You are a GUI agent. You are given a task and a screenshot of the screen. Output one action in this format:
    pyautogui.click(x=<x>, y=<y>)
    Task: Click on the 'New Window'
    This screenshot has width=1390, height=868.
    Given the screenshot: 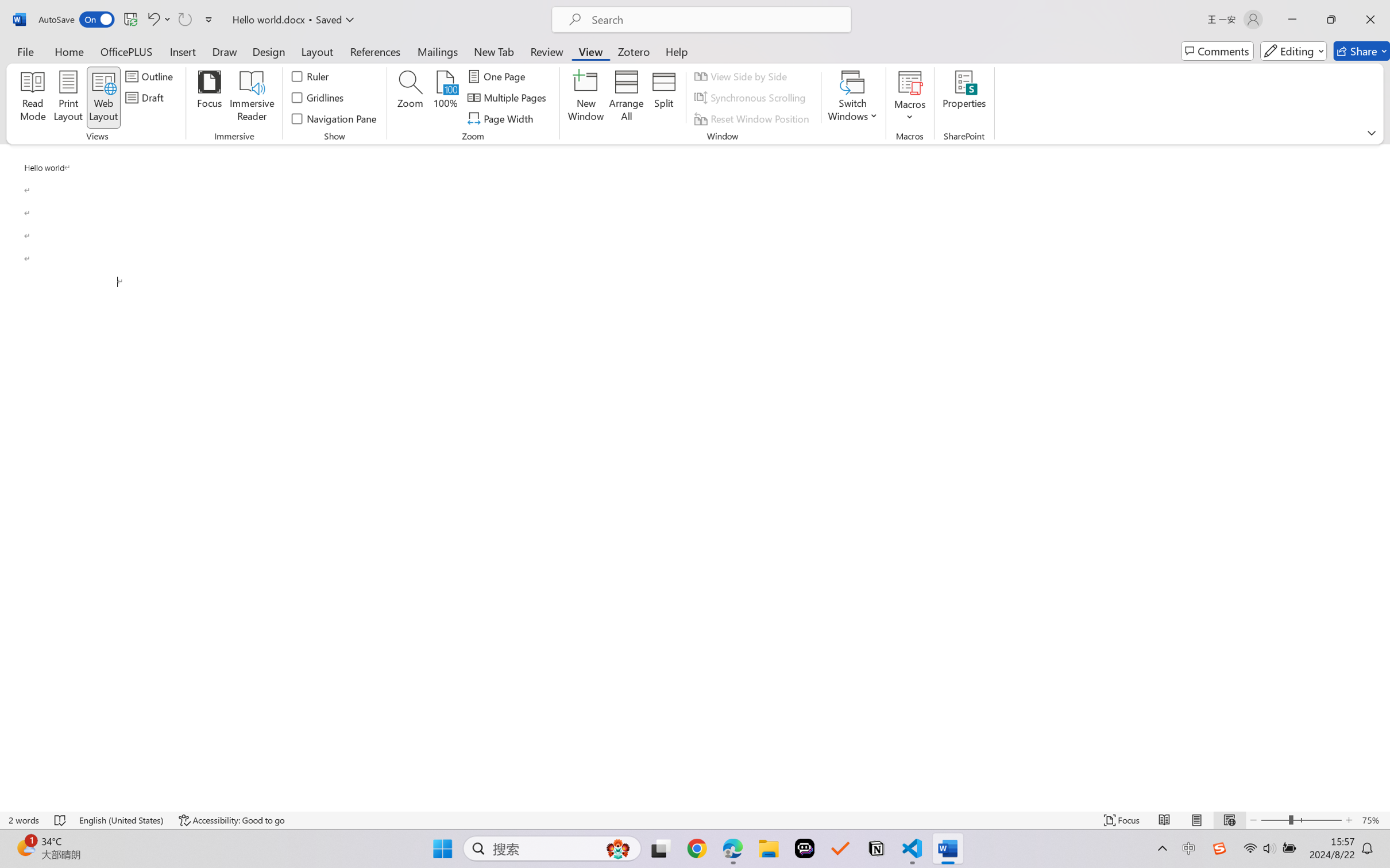 What is the action you would take?
    pyautogui.click(x=586, y=98)
    